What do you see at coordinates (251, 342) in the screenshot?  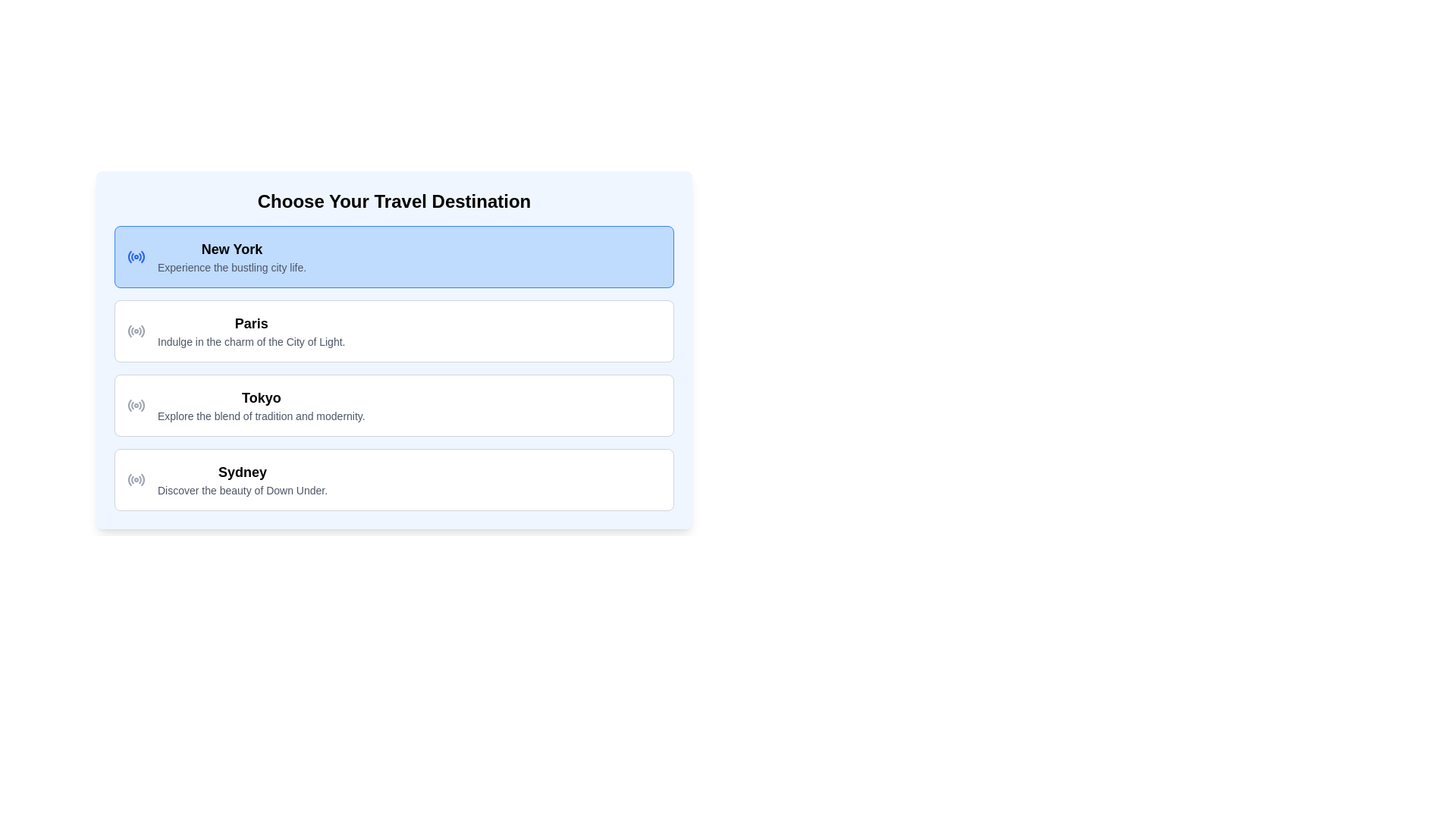 I see `the descriptive text reading 'Indulge in the charm of the City of Light.', which is styled in small light gray font beneath the title 'Paris'` at bounding box center [251, 342].